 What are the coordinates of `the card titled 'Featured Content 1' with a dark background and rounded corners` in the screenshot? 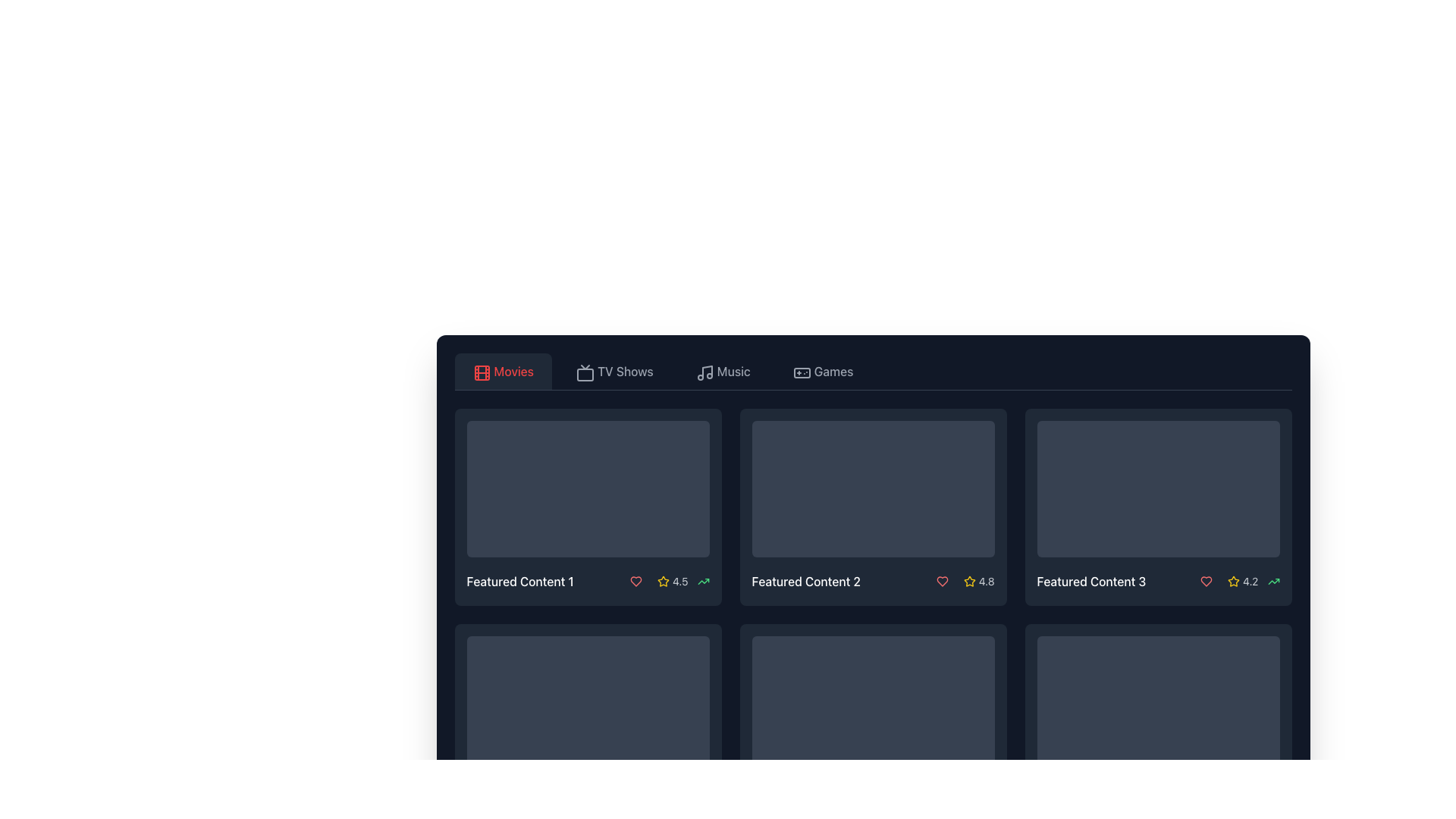 It's located at (587, 507).